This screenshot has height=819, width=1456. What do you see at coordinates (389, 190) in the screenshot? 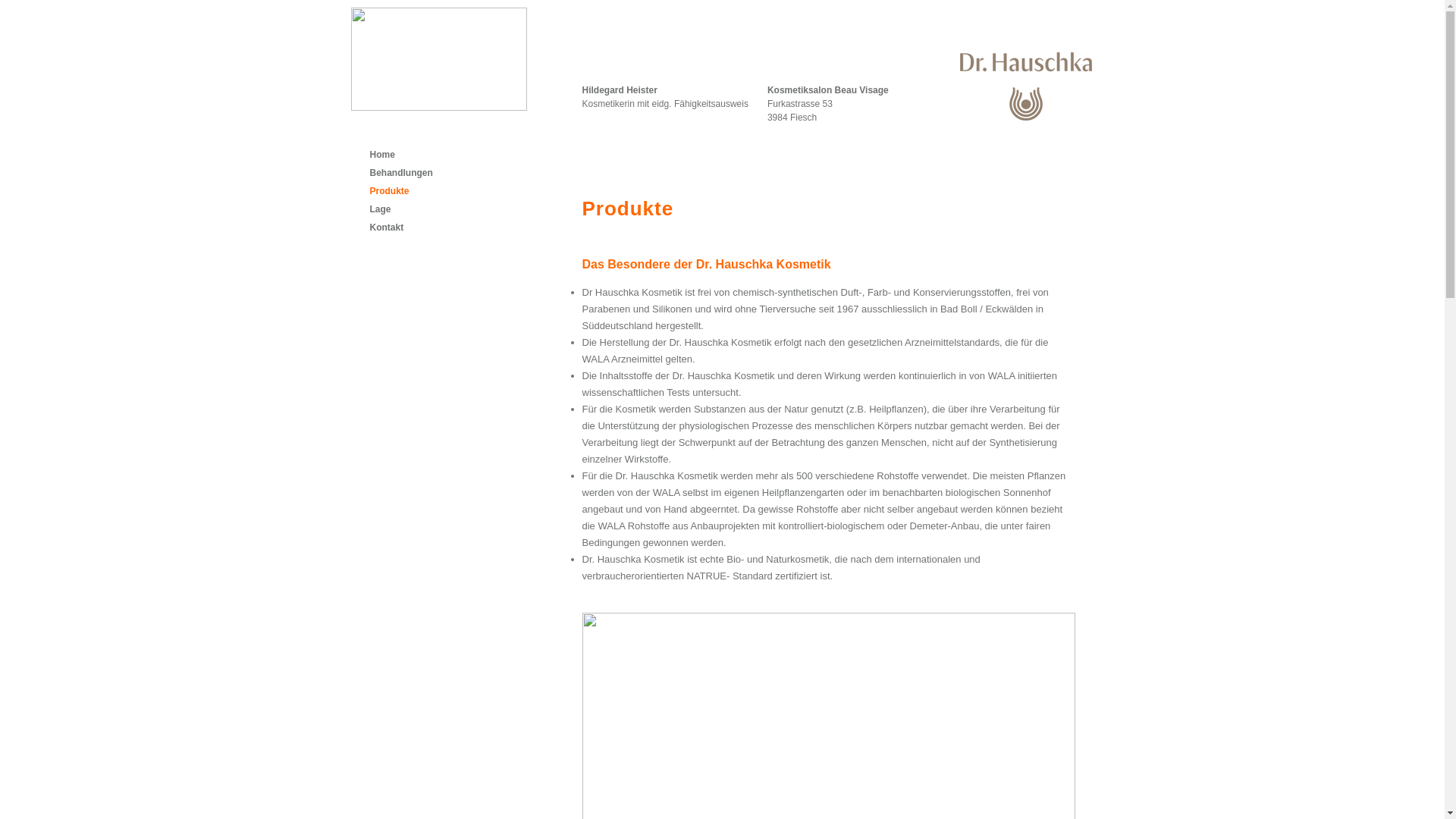
I see `'Produkte'` at bounding box center [389, 190].